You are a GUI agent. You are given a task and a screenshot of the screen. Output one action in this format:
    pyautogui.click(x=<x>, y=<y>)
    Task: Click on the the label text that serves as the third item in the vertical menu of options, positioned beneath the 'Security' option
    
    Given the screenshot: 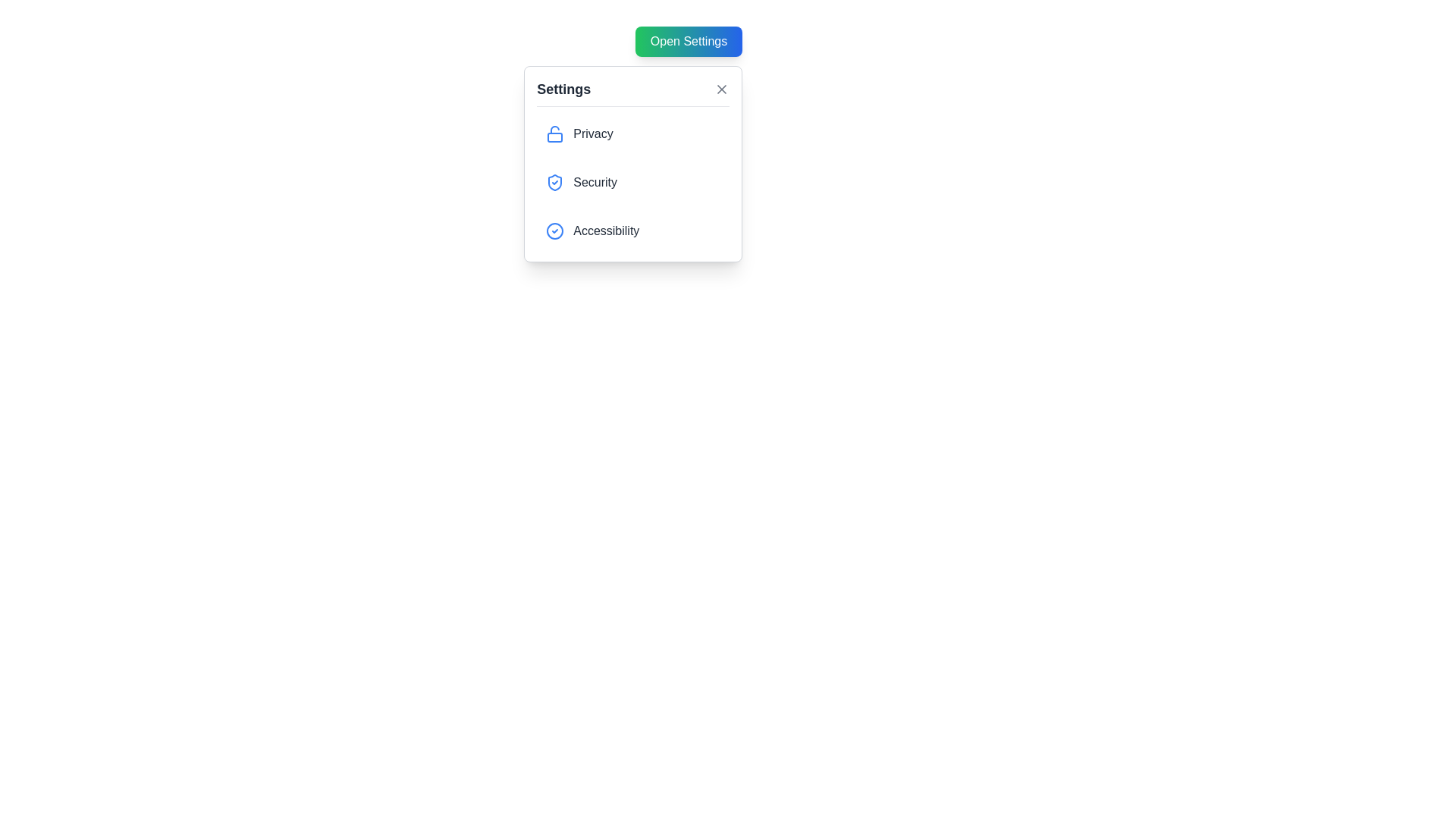 What is the action you would take?
    pyautogui.click(x=605, y=231)
    